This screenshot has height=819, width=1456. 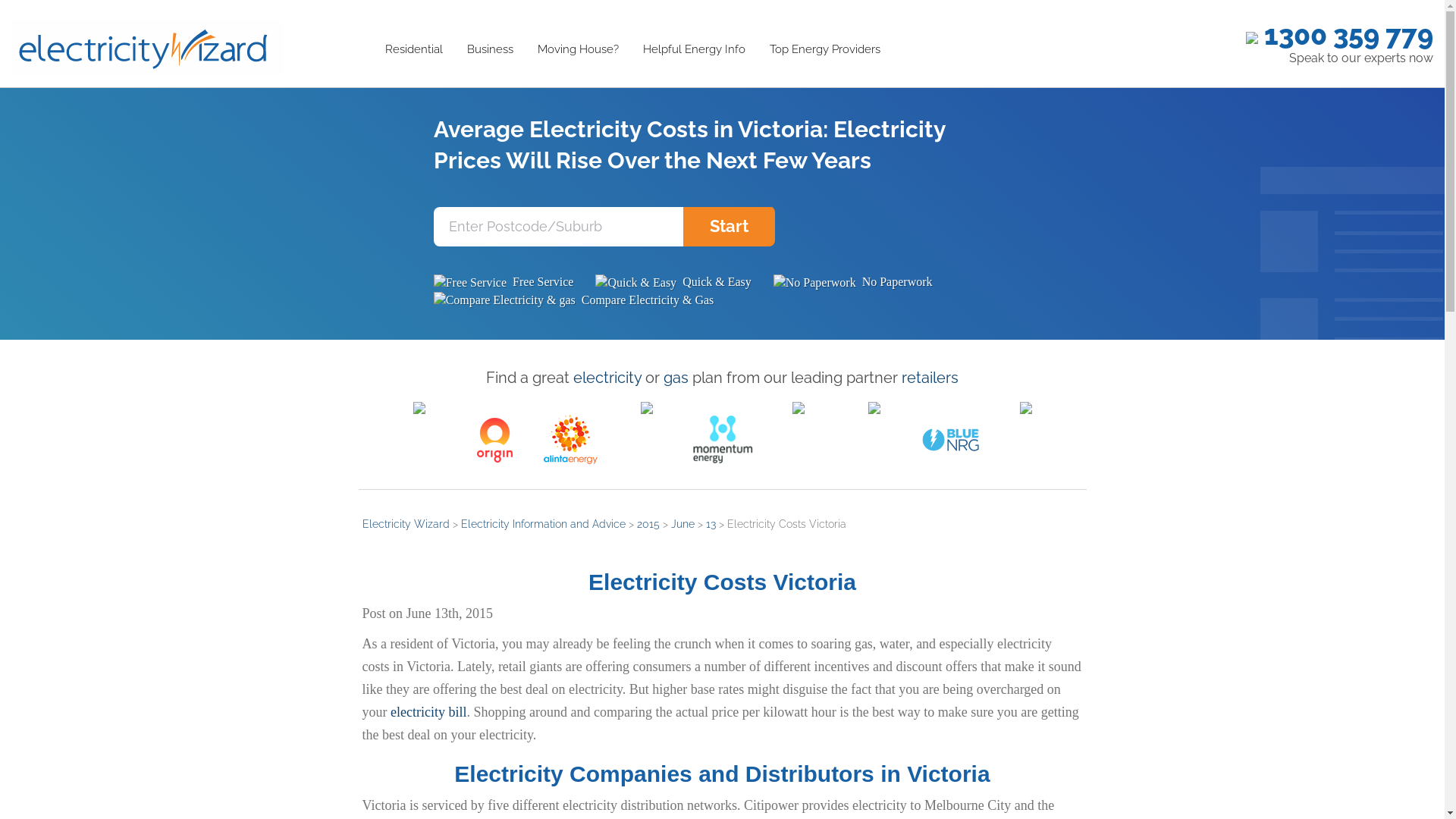 I want to click on '2015', so click(x=648, y=522).